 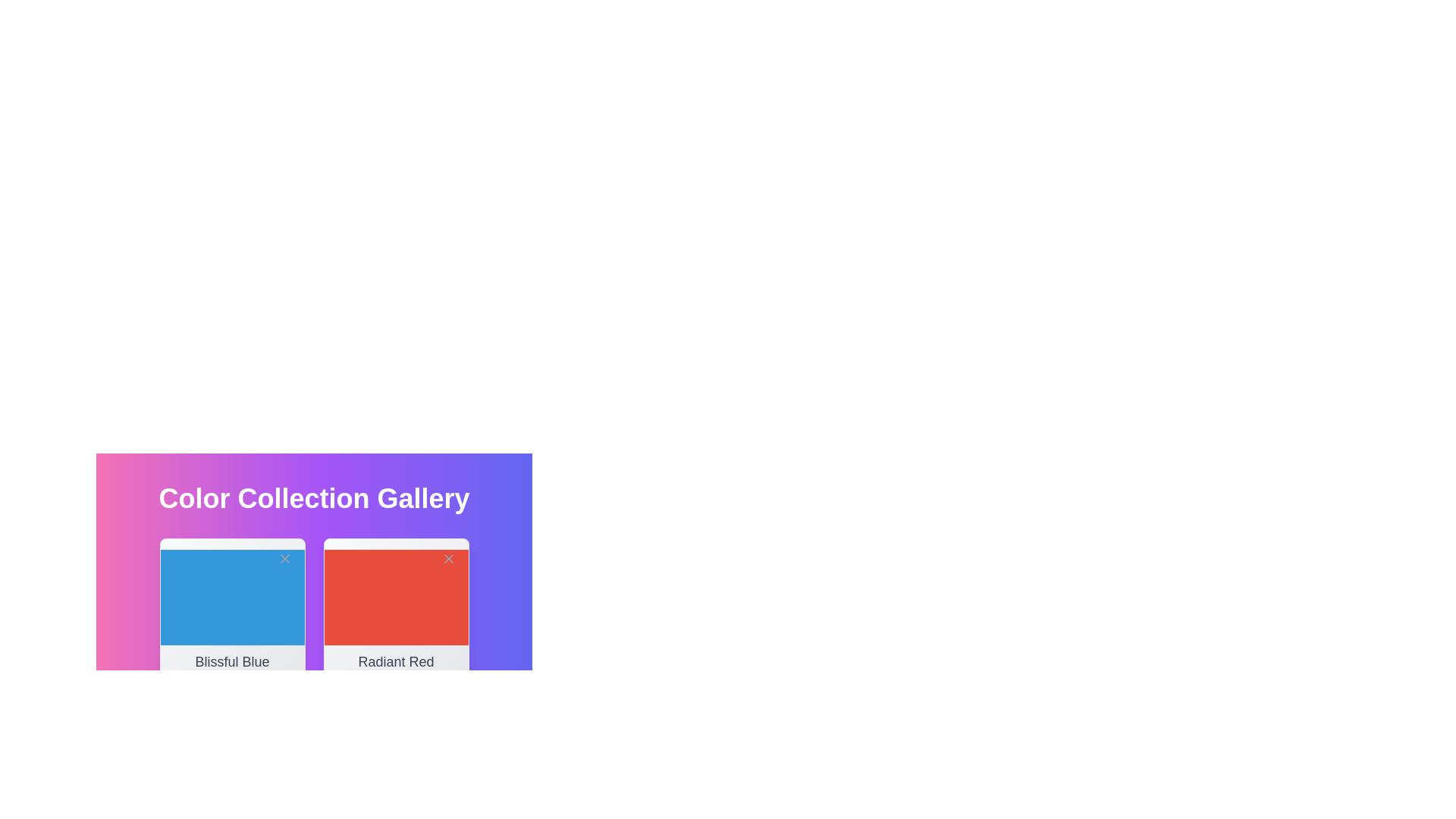 What do you see at coordinates (396, 596) in the screenshot?
I see `the Color Display Panel, which is a solid-colored red rectangle located in the upper section of the card labeled 'Radiant Red'` at bounding box center [396, 596].